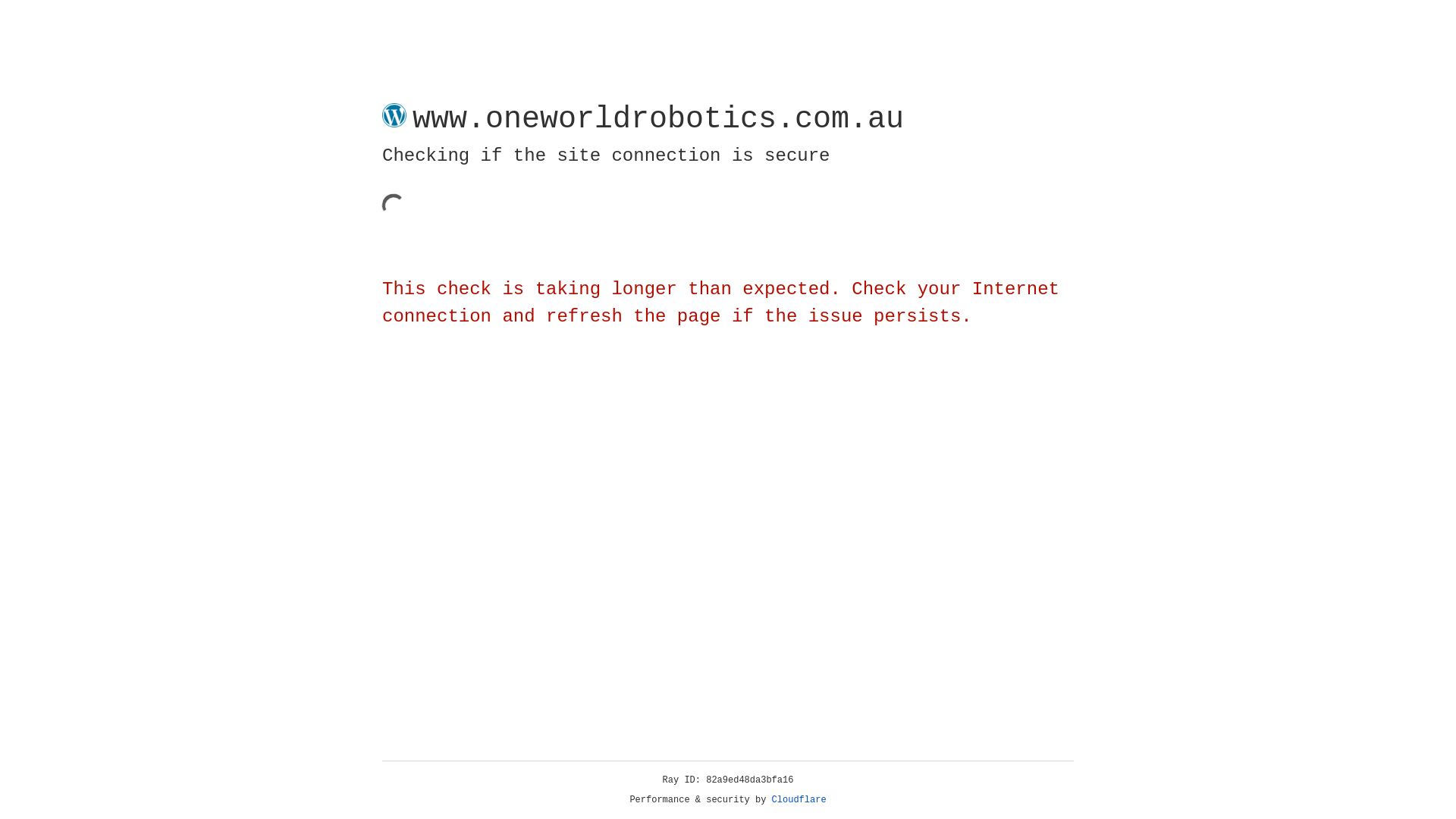 The width and height of the screenshot is (1456, 819). I want to click on 'Cloudflare', so click(799, 799).